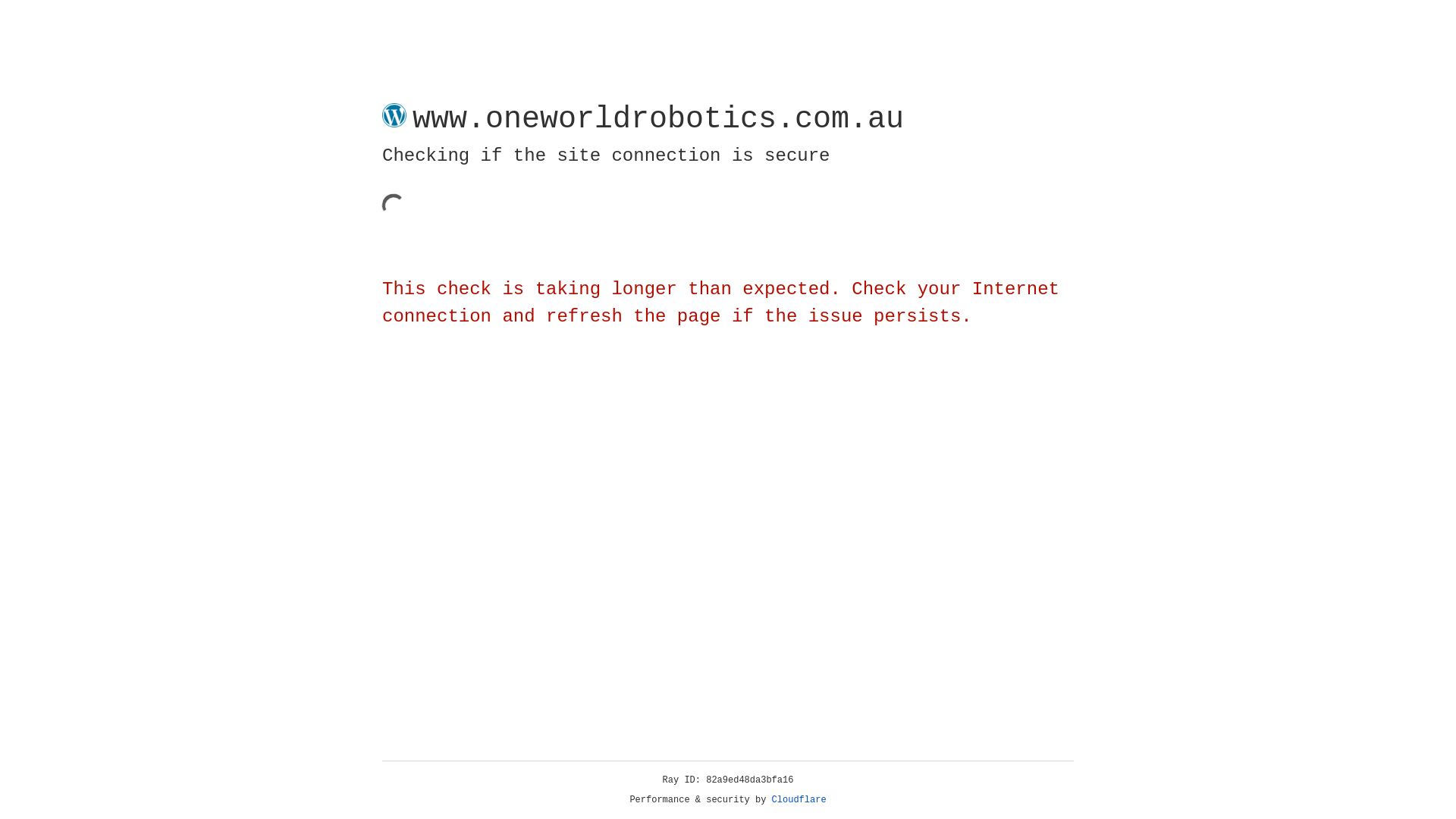 The width and height of the screenshot is (1456, 819). I want to click on 'Cloudflare', so click(799, 799).